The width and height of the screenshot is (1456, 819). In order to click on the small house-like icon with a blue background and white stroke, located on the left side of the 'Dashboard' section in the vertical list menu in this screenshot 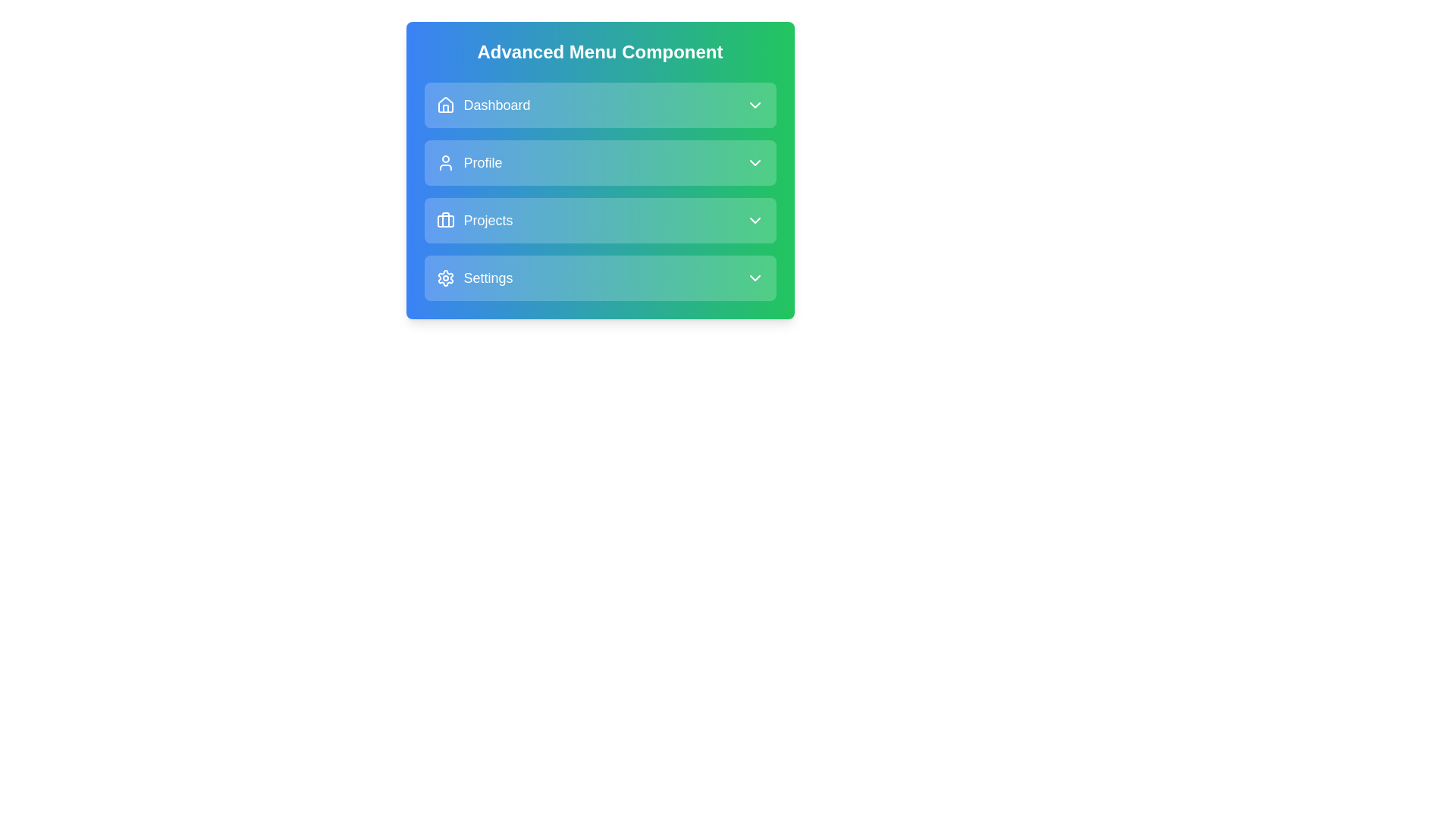, I will do `click(444, 104)`.